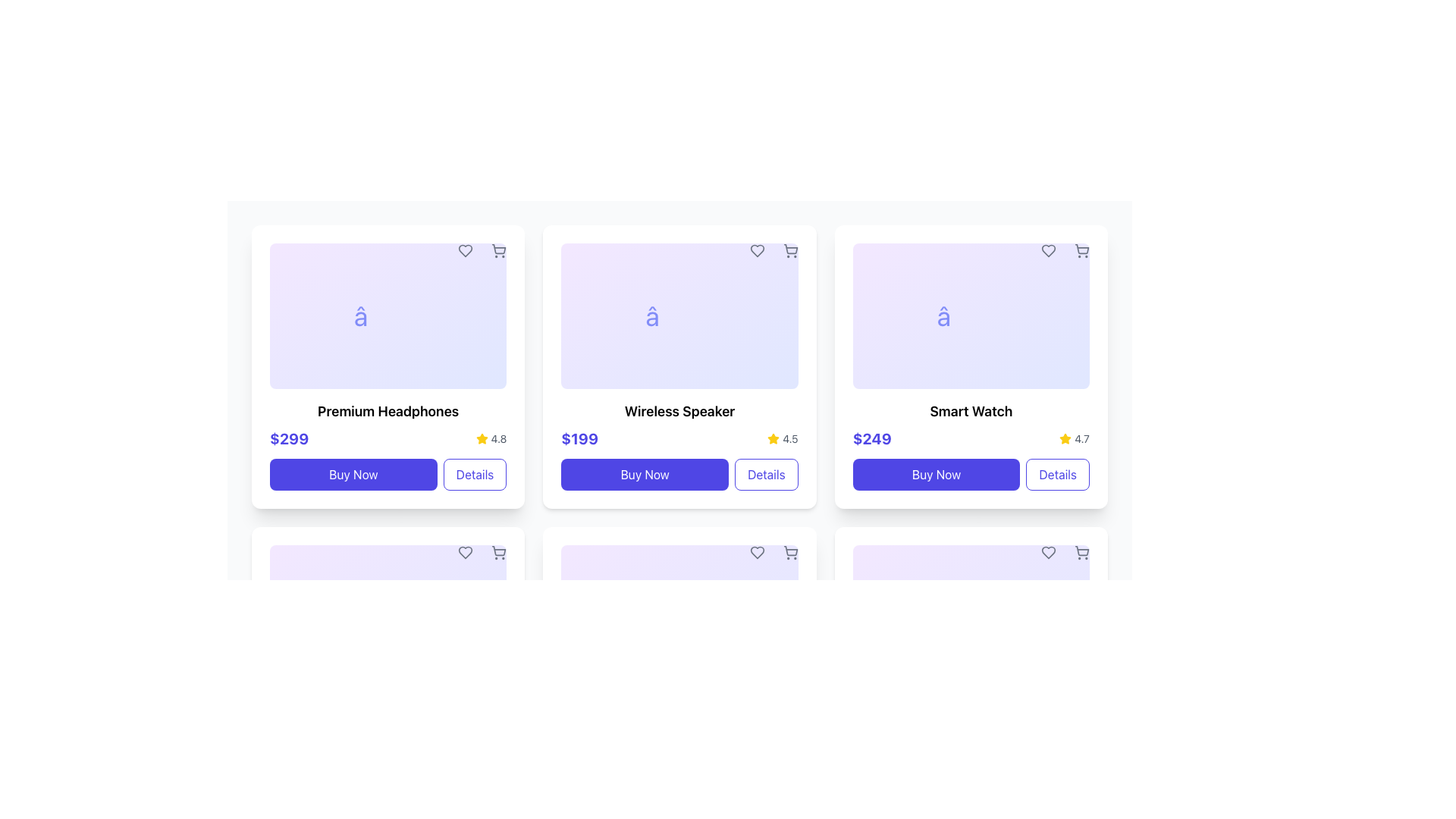 The height and width of the screenshot is (819, 1456). I want to click on the text label displaying the rating '4.8' which is located adjacent to a yellow star icon in the first card of the first row, so click(498, 438).